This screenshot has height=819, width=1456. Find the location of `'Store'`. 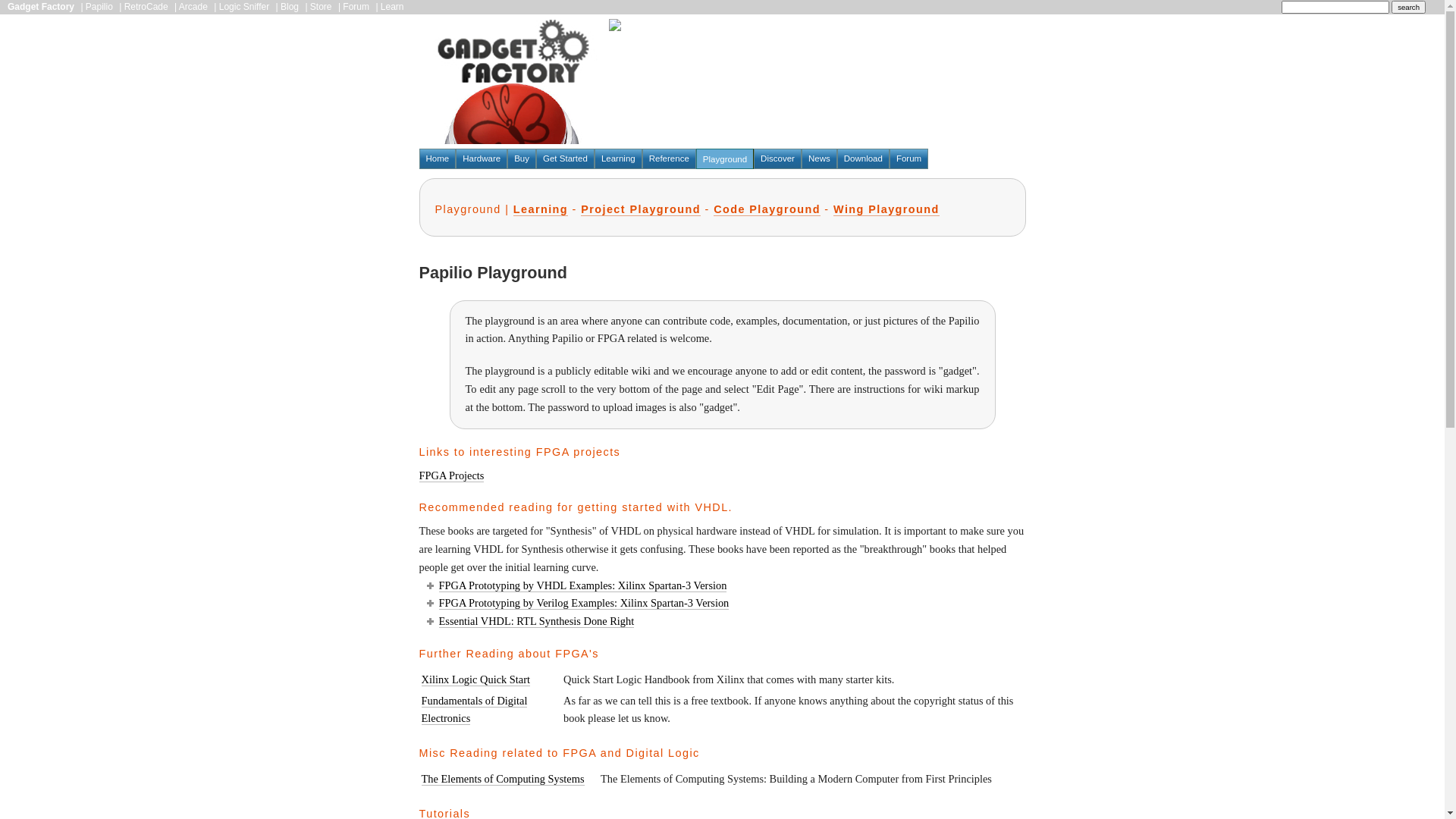

'Store' is located at coordinates (320, 6).